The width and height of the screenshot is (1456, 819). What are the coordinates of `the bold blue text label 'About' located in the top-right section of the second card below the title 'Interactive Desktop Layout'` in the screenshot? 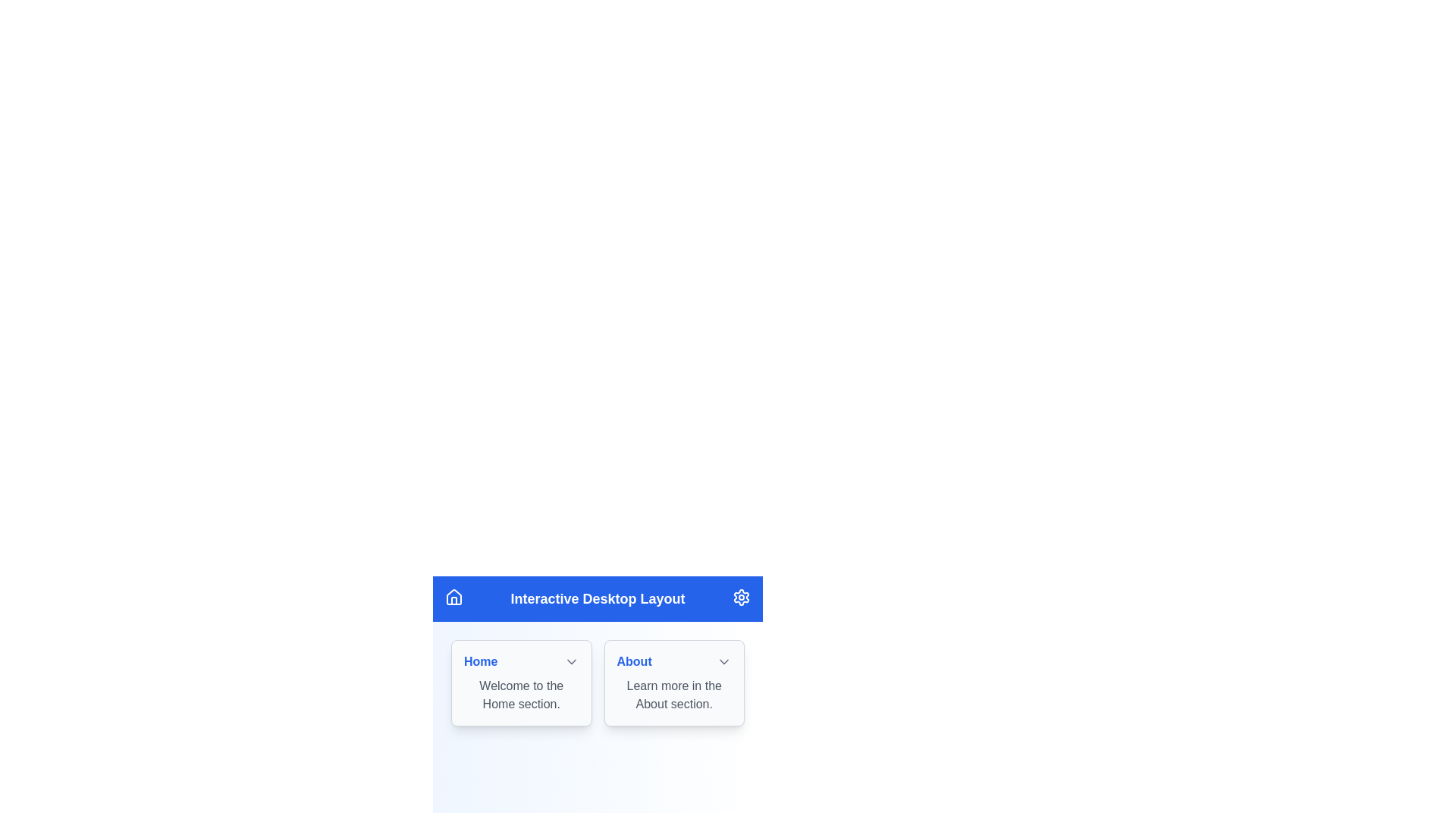 It's located at (634, 661).